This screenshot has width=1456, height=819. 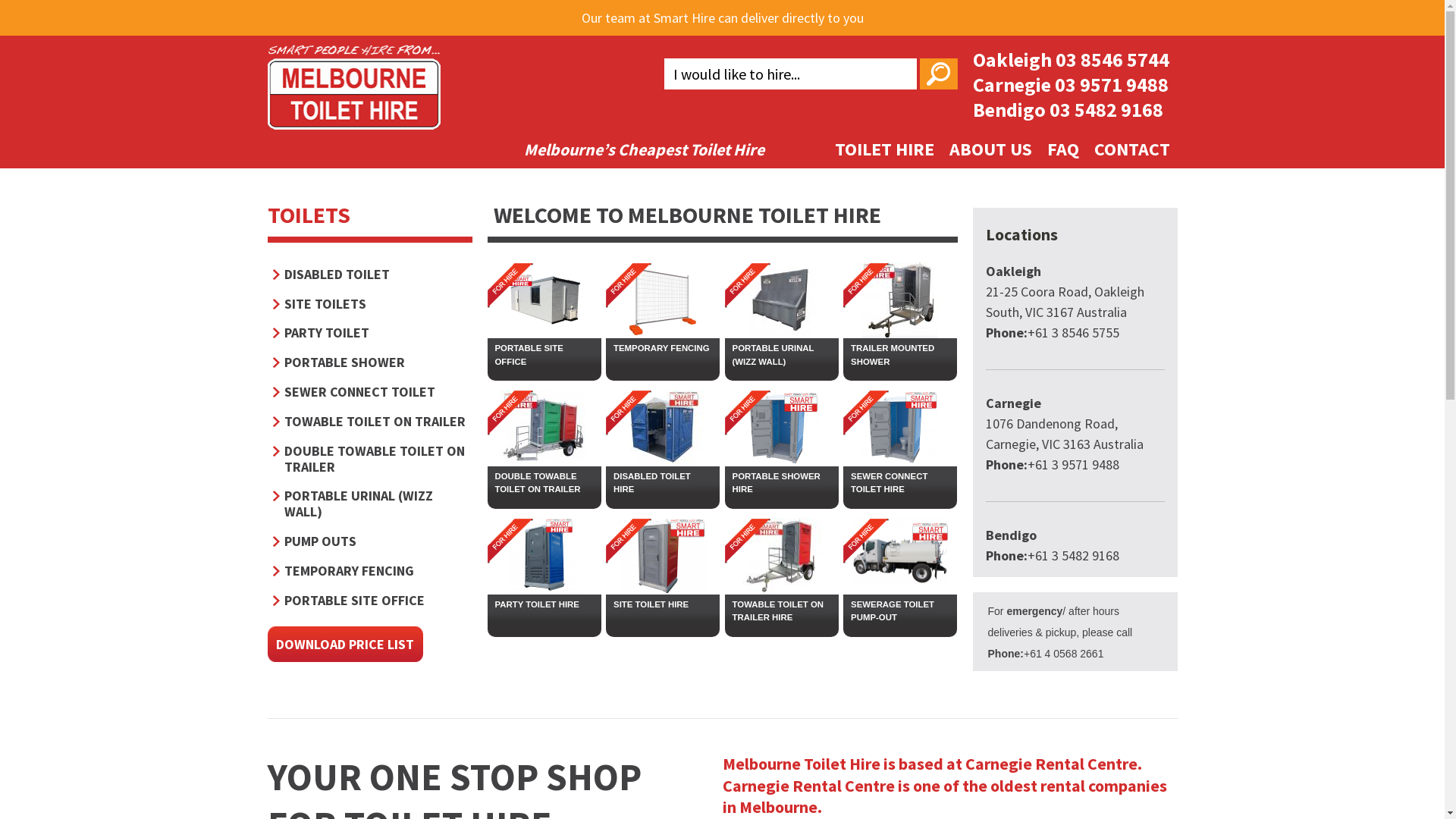 I want to click on 'CONTACT', so click(x=1131, y=149).